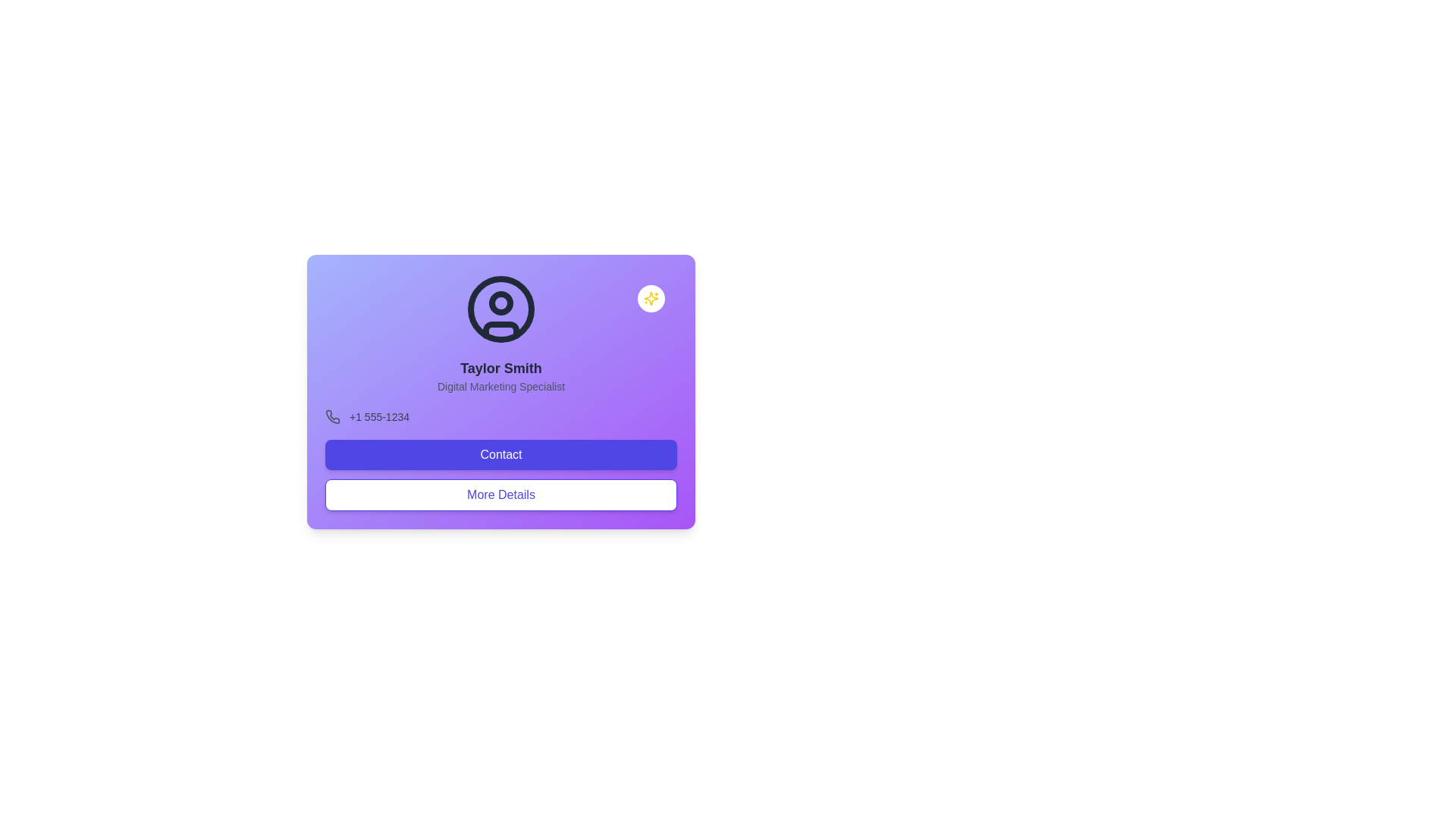 The width and height of the screenshot is (1456, 819). I want to click on the button located below the 'Contact' button within the card-like interface, so click(501, 494).